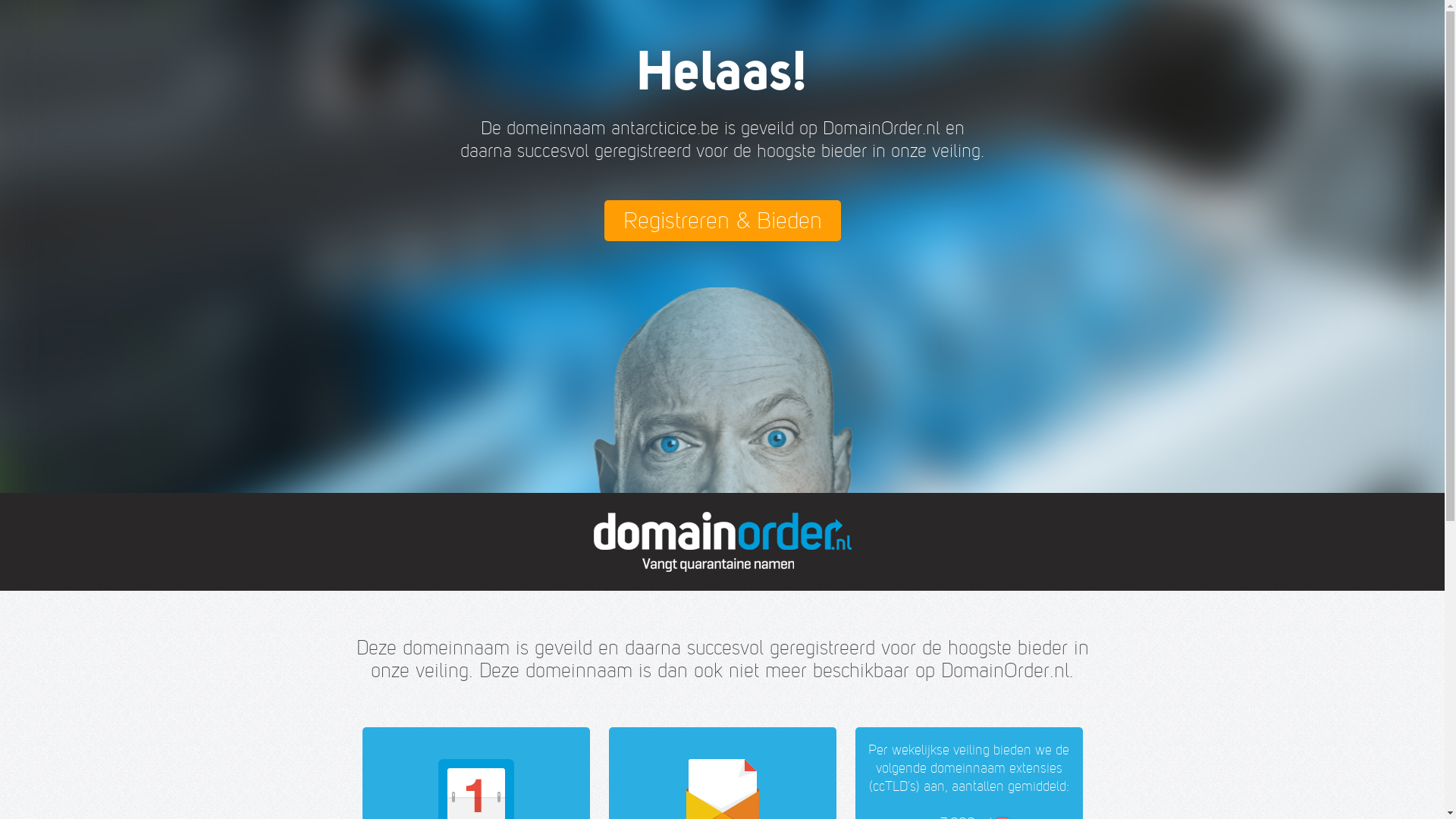 Image resolution: width=1456 pixels, height=819 pixels. Describe the element at coordinates (720, 220) in the screenshot. I see `'Registreren & Bieden'` at that location.